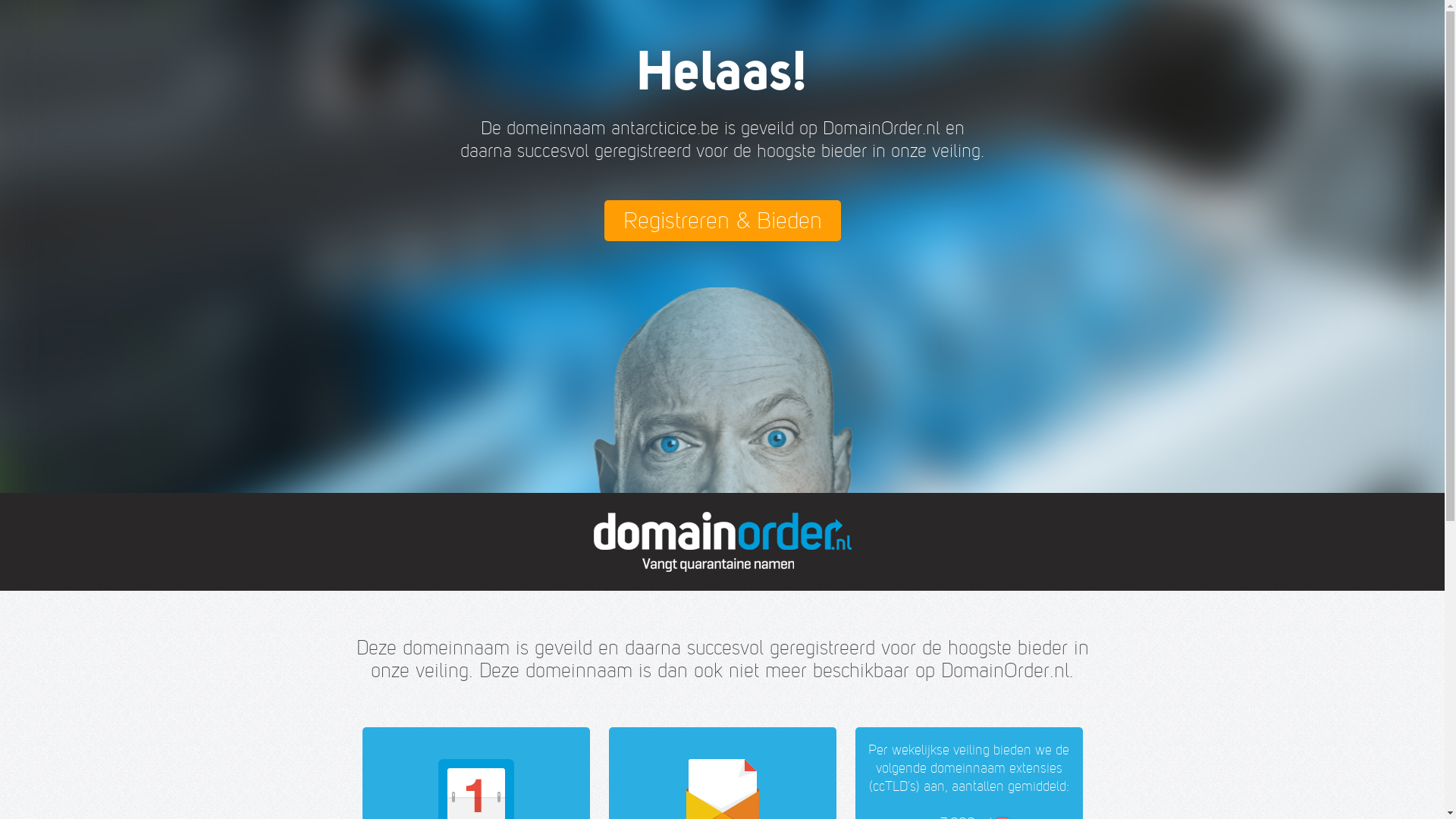 Image resolution: width=1456 pixels, height=819 pixels. Describe the element at coordinates (720, 220) in the screenshot. I see `'Registreren & Bieden'` at that location.